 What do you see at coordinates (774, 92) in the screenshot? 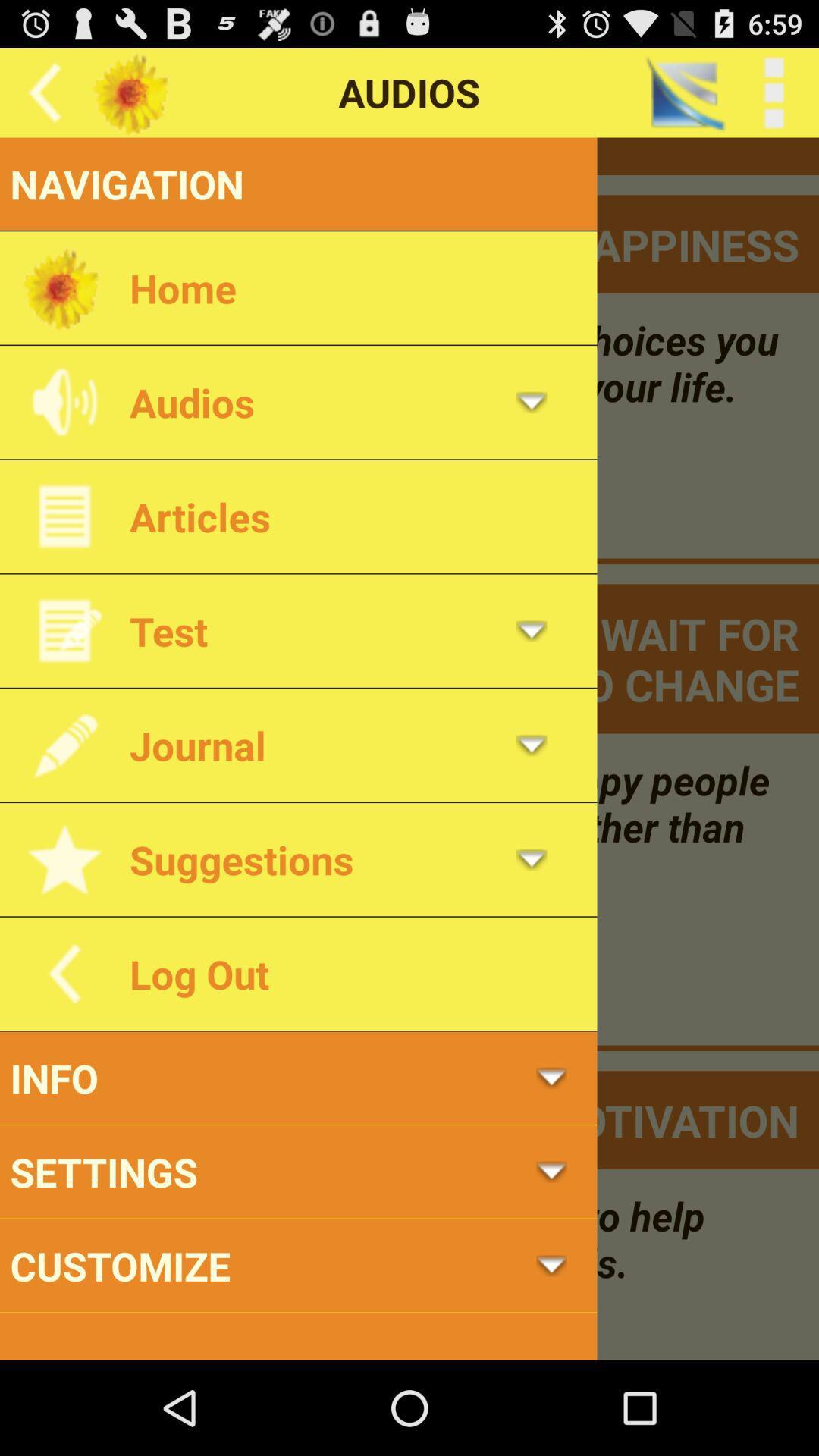
I see `the three dots button on the top right corner of the web page` at bounding box center [774, 92].